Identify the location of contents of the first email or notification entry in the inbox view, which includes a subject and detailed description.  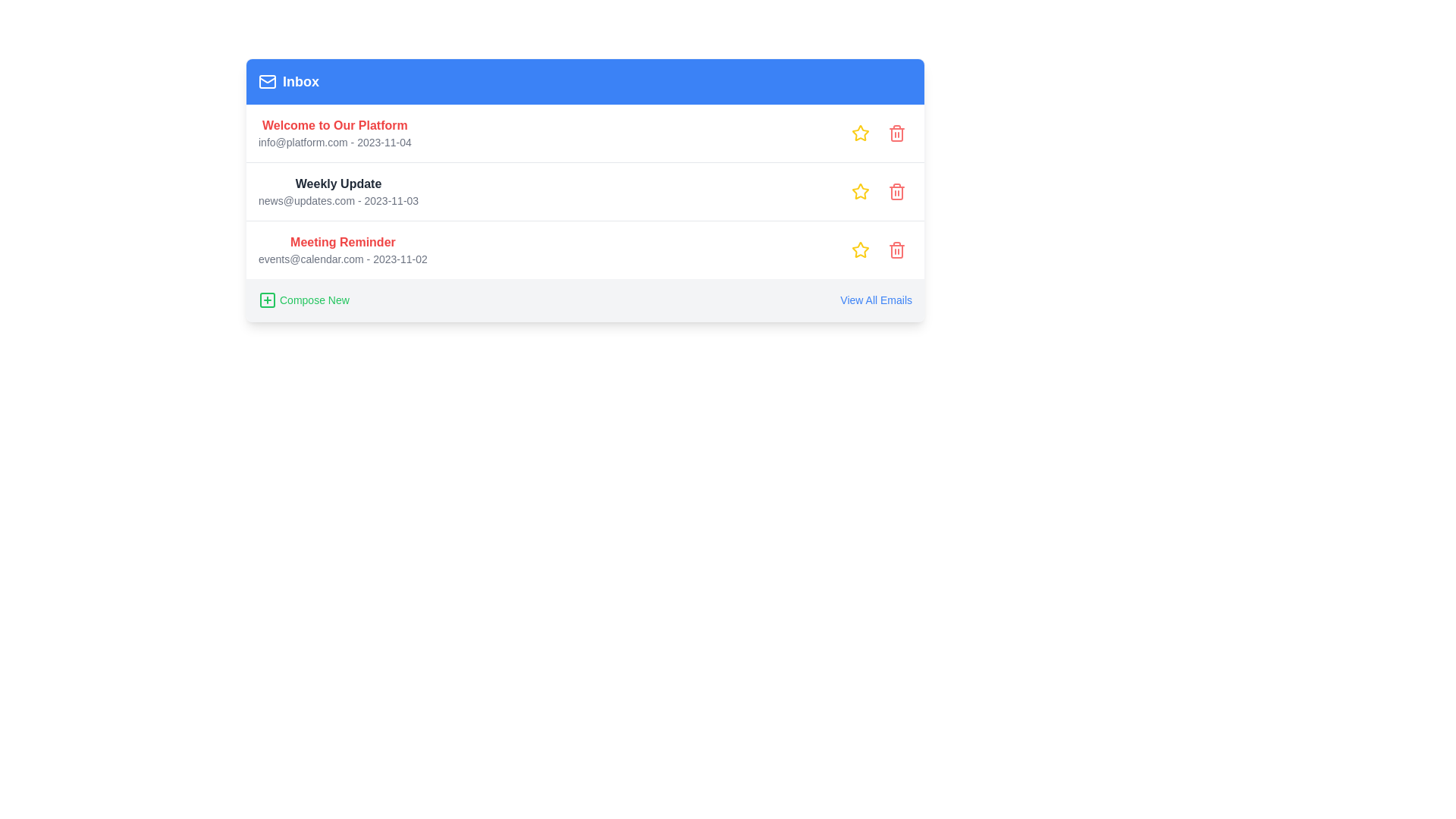
(334, 133).